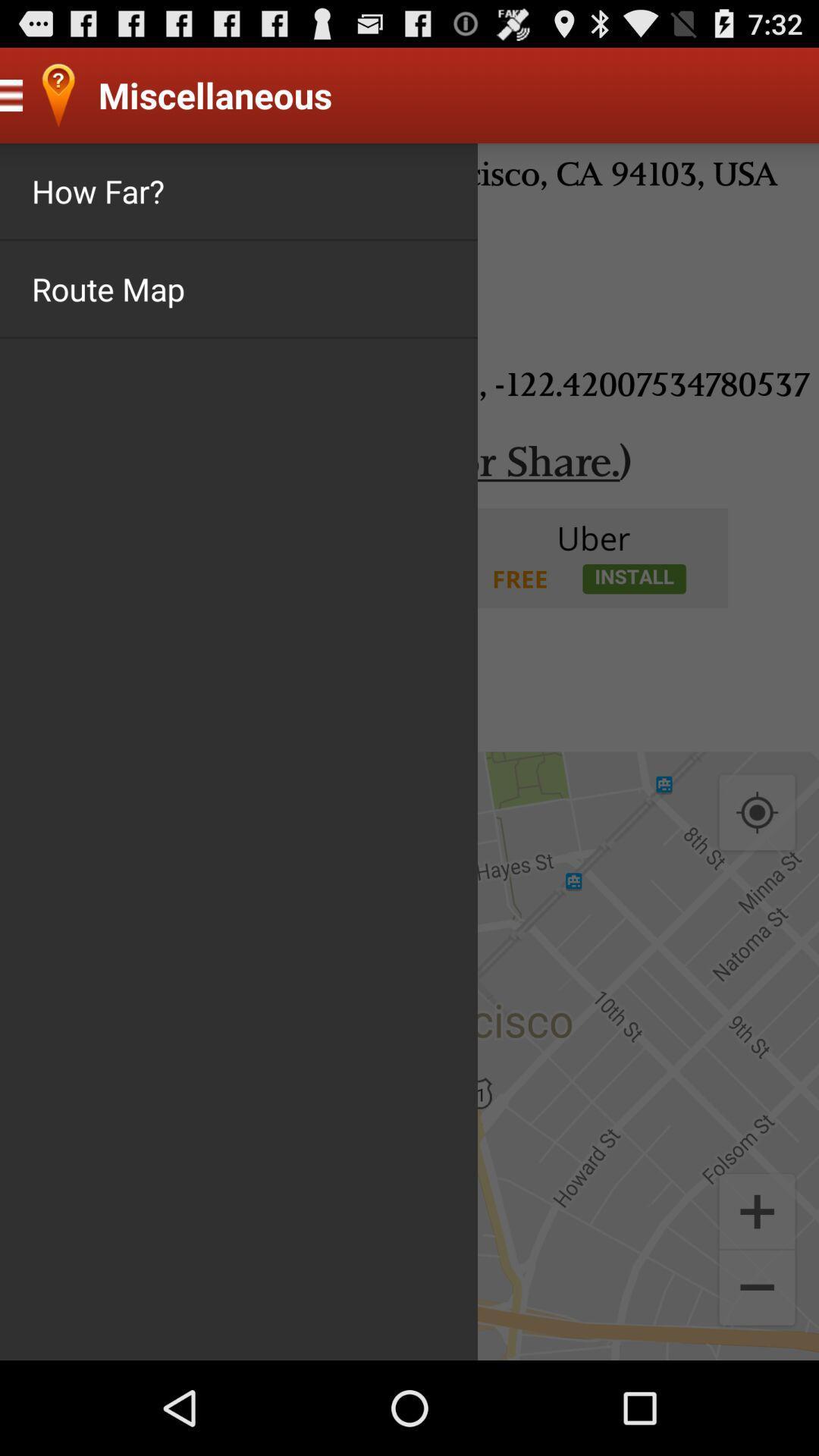 The width and height of the screenshot is (819, 1456). Describe the element at coordinates (757, 1380) in the screenshot. I see `the minus icon` at that location.